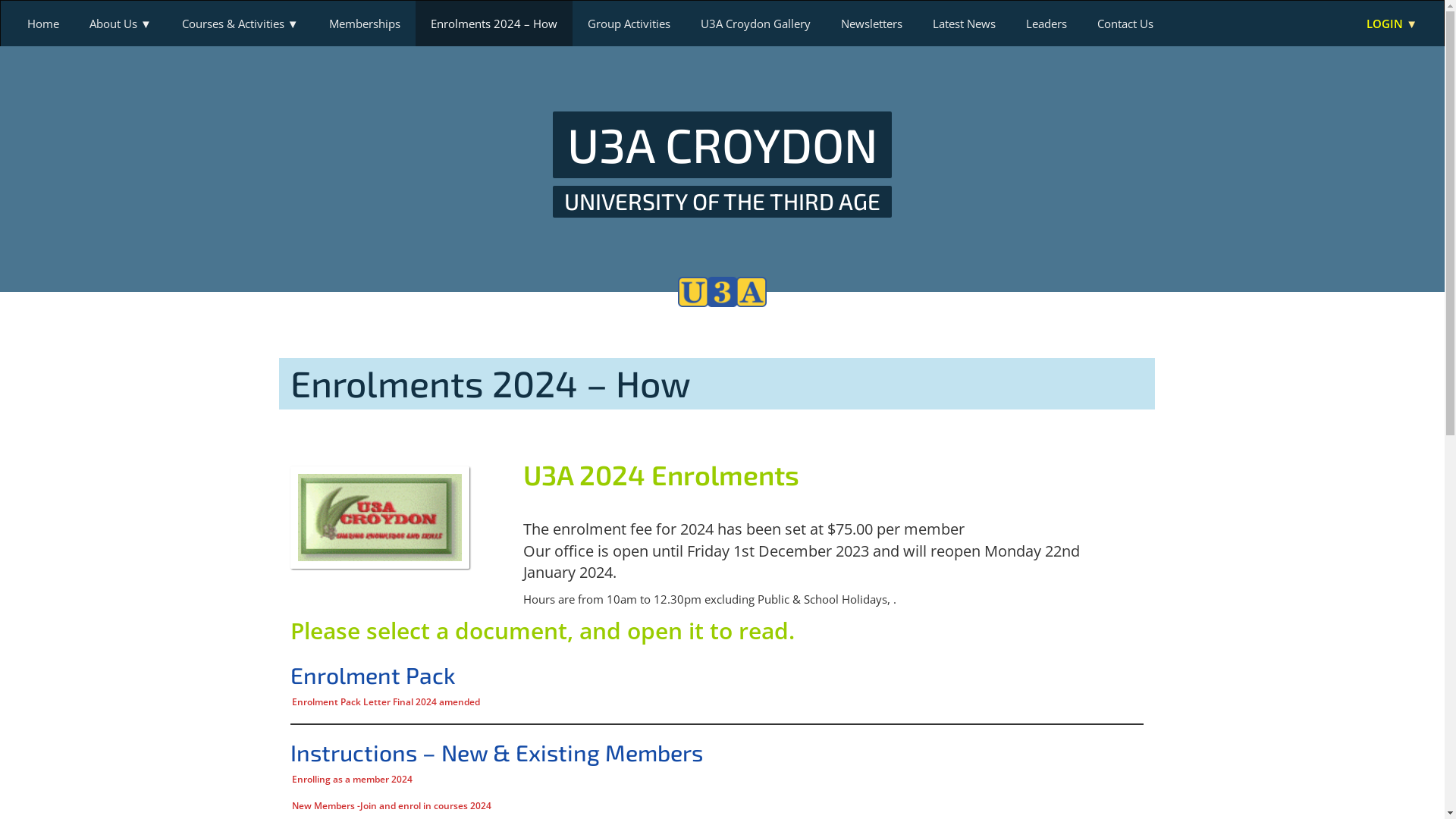 This screenshot has width=1456, height=819. Describe the element at coordinates (119, 23) in the screenshot. I see `'About Us'` at that location.